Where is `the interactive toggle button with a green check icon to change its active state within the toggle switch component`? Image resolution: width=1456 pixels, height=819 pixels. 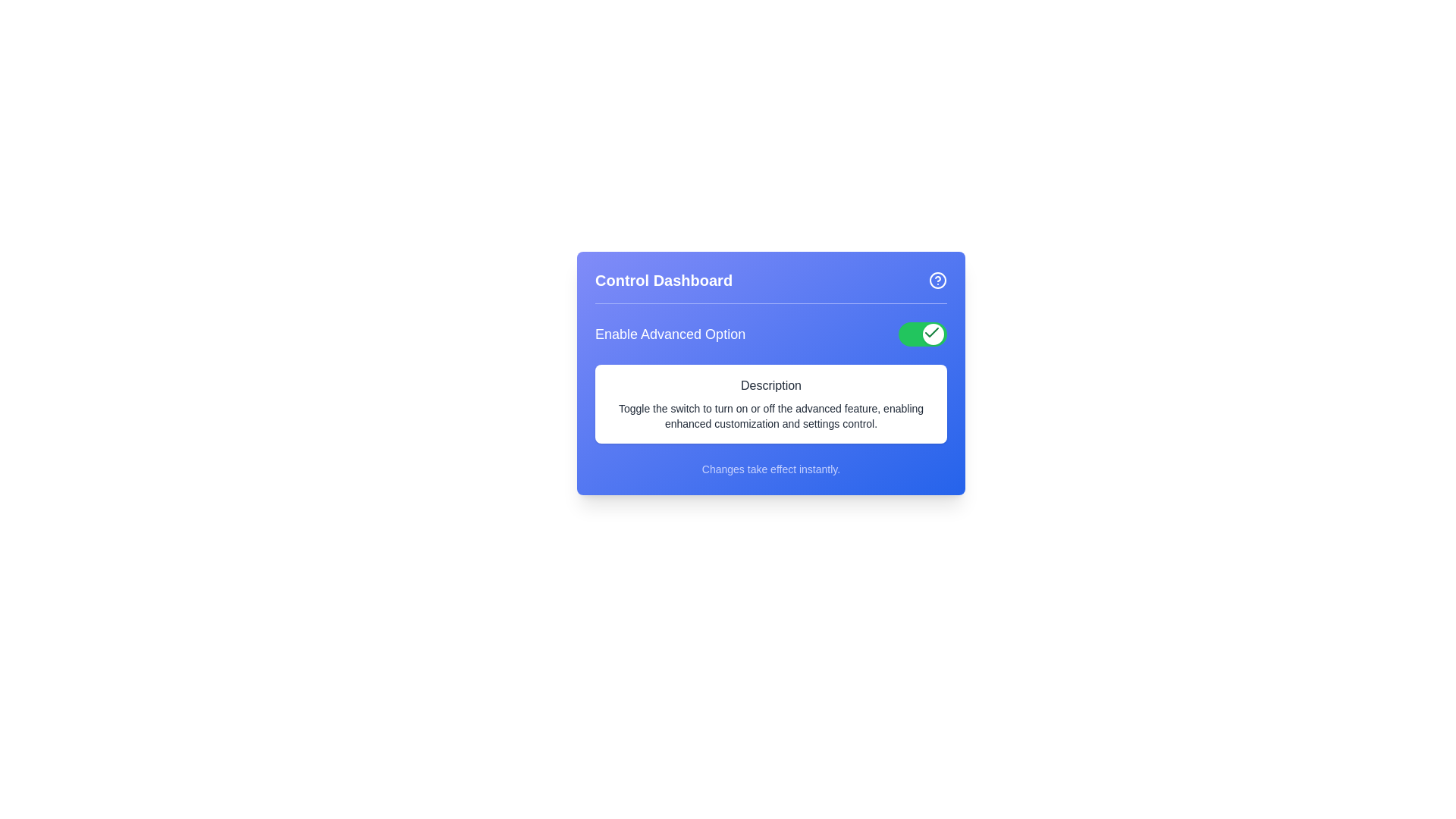
the interactive toggle button with a green check icon to change its active state within the toggle switch component is located at coordinates (932, 333).